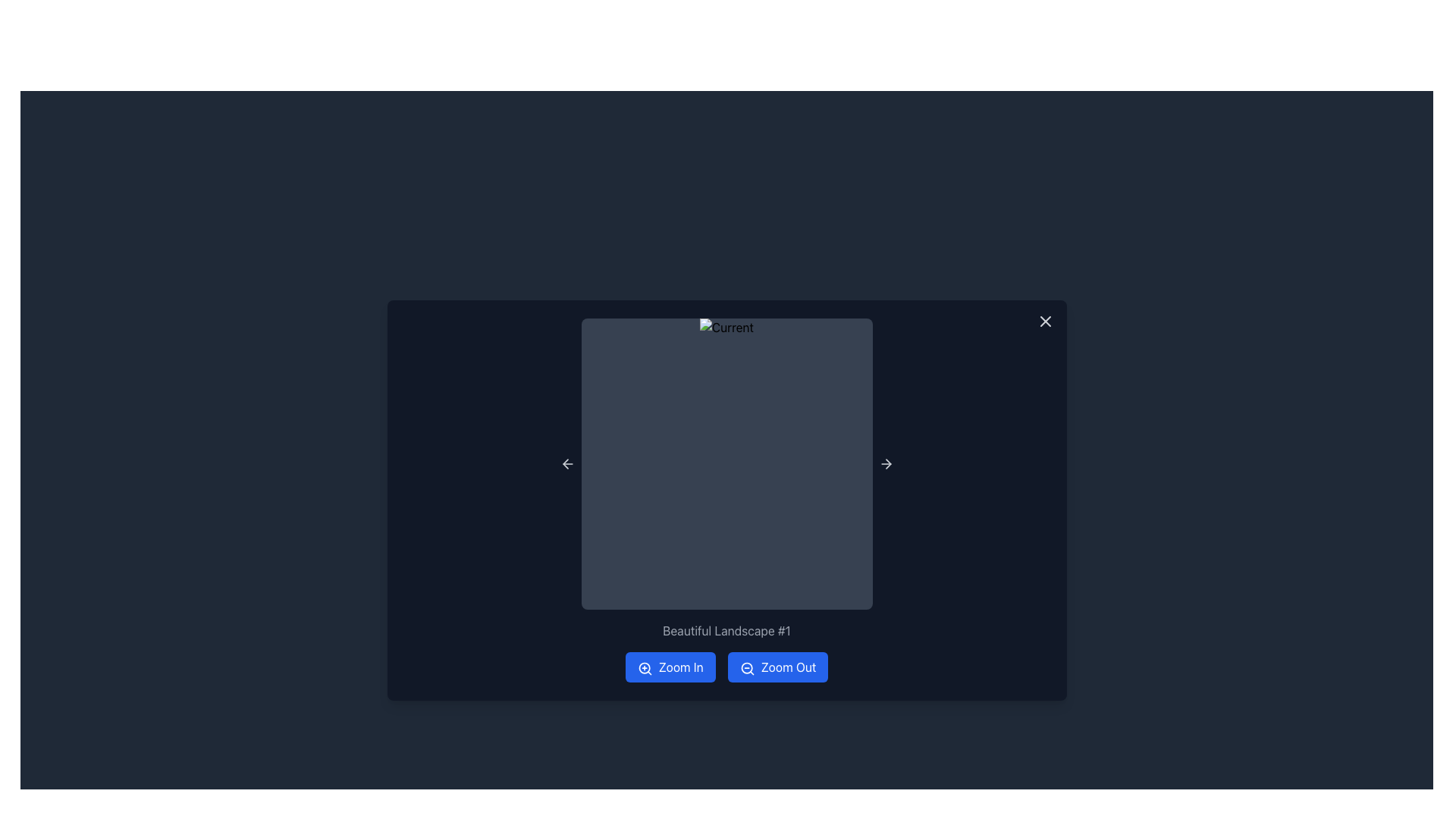  What do you see at coordinates (1044, 321) in the screenshot?
I see `the graphical icon segment representing the close or cancel icon located` at bounding box center [1044, 321].